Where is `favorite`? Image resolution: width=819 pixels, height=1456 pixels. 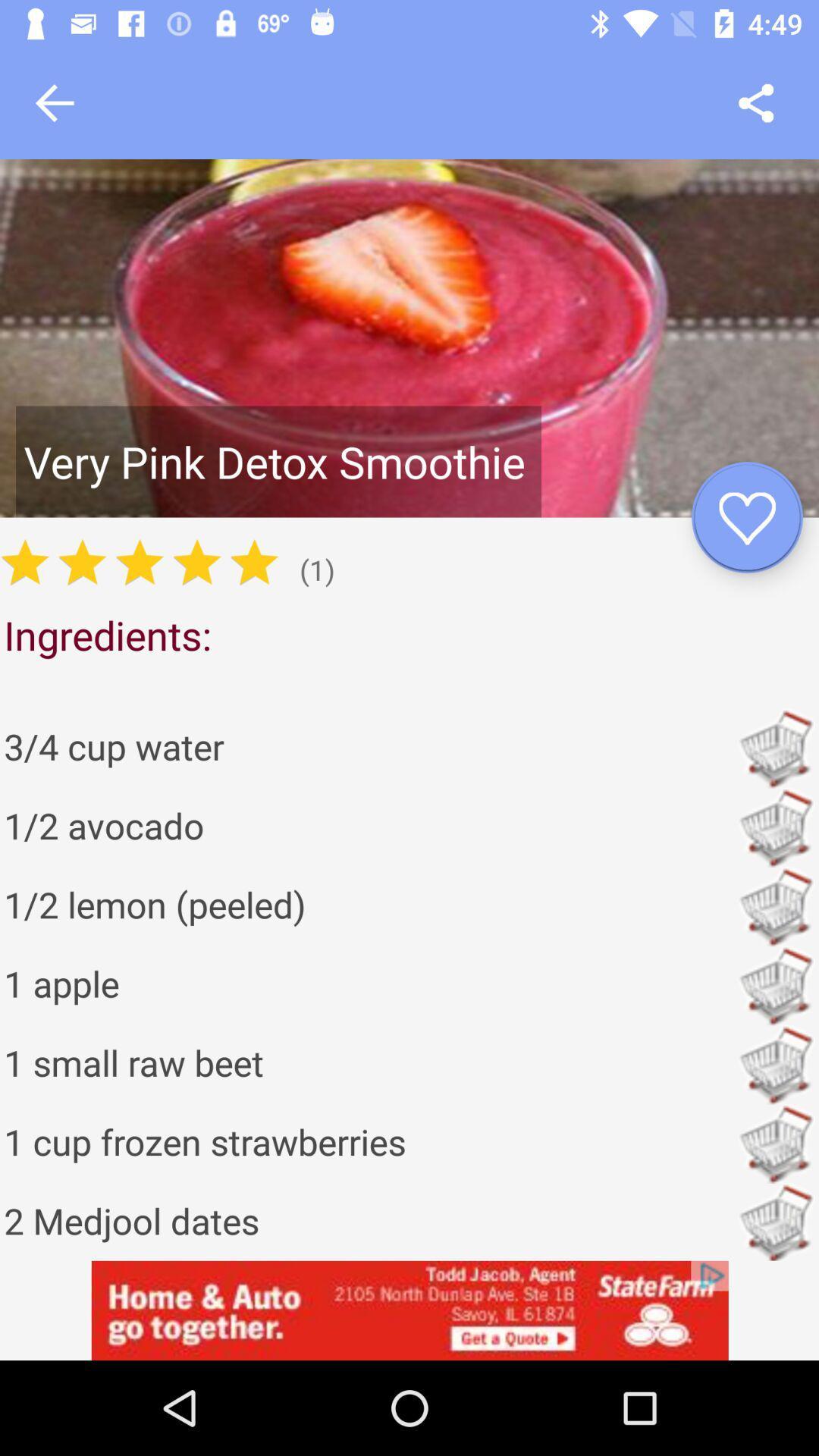
favorite is located at coordinates (746, 517).